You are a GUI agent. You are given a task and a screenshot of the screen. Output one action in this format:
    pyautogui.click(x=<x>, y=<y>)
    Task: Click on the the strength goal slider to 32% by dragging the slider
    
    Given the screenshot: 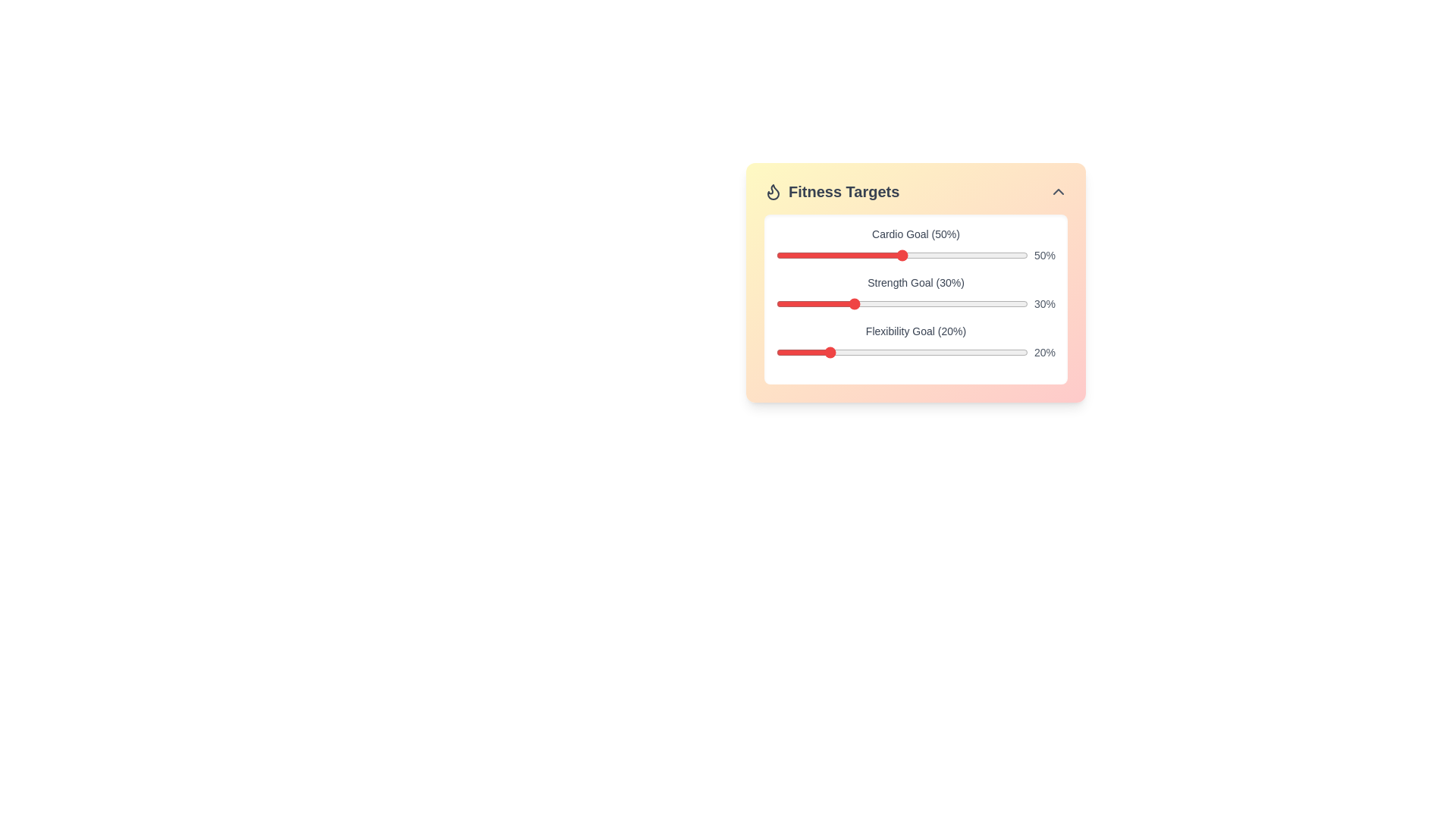 What is the action you would take?
    pyautogui.click(x=857, y=304)
    